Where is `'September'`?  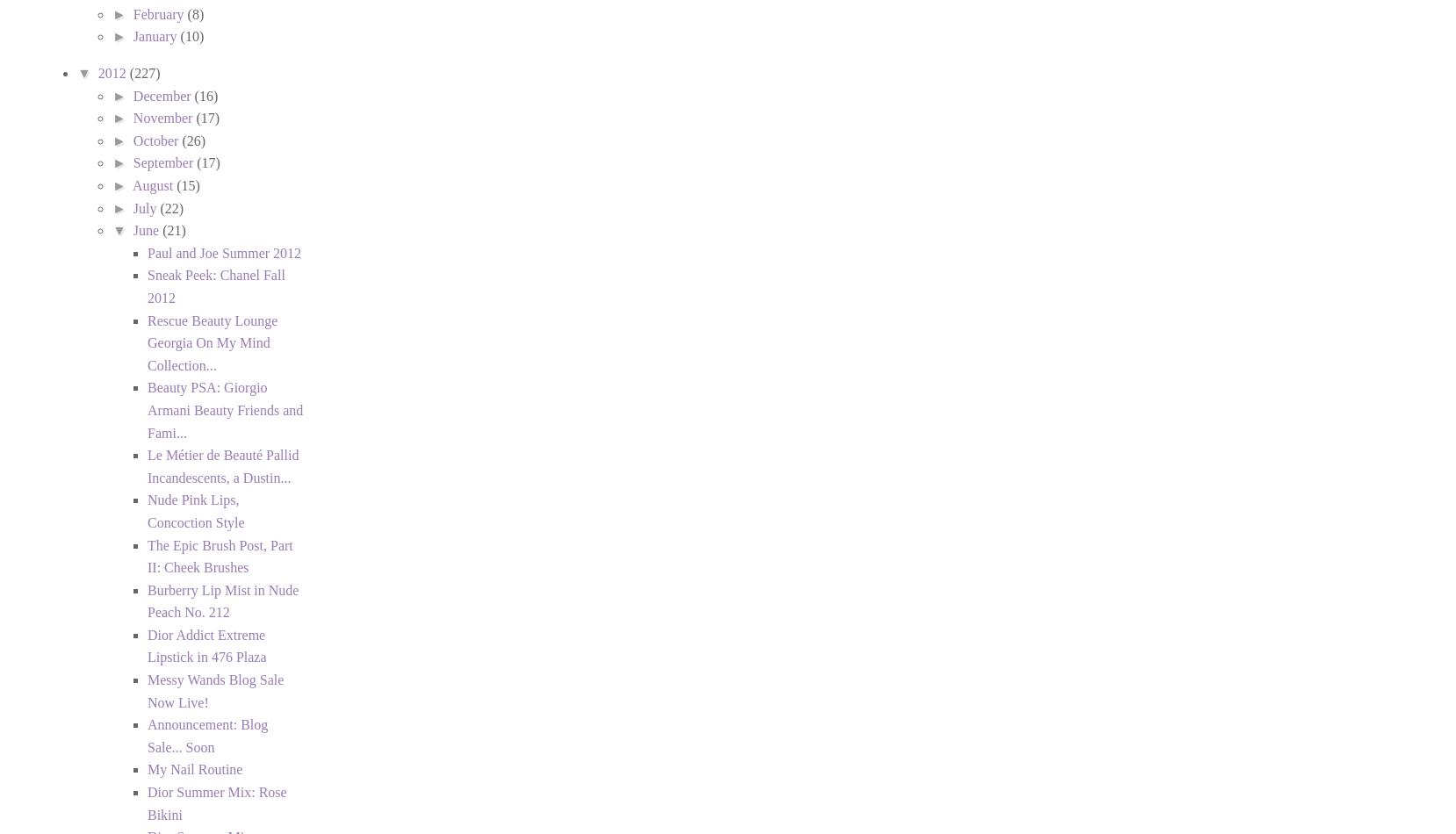 'September' is located at coordinates (164, 162).